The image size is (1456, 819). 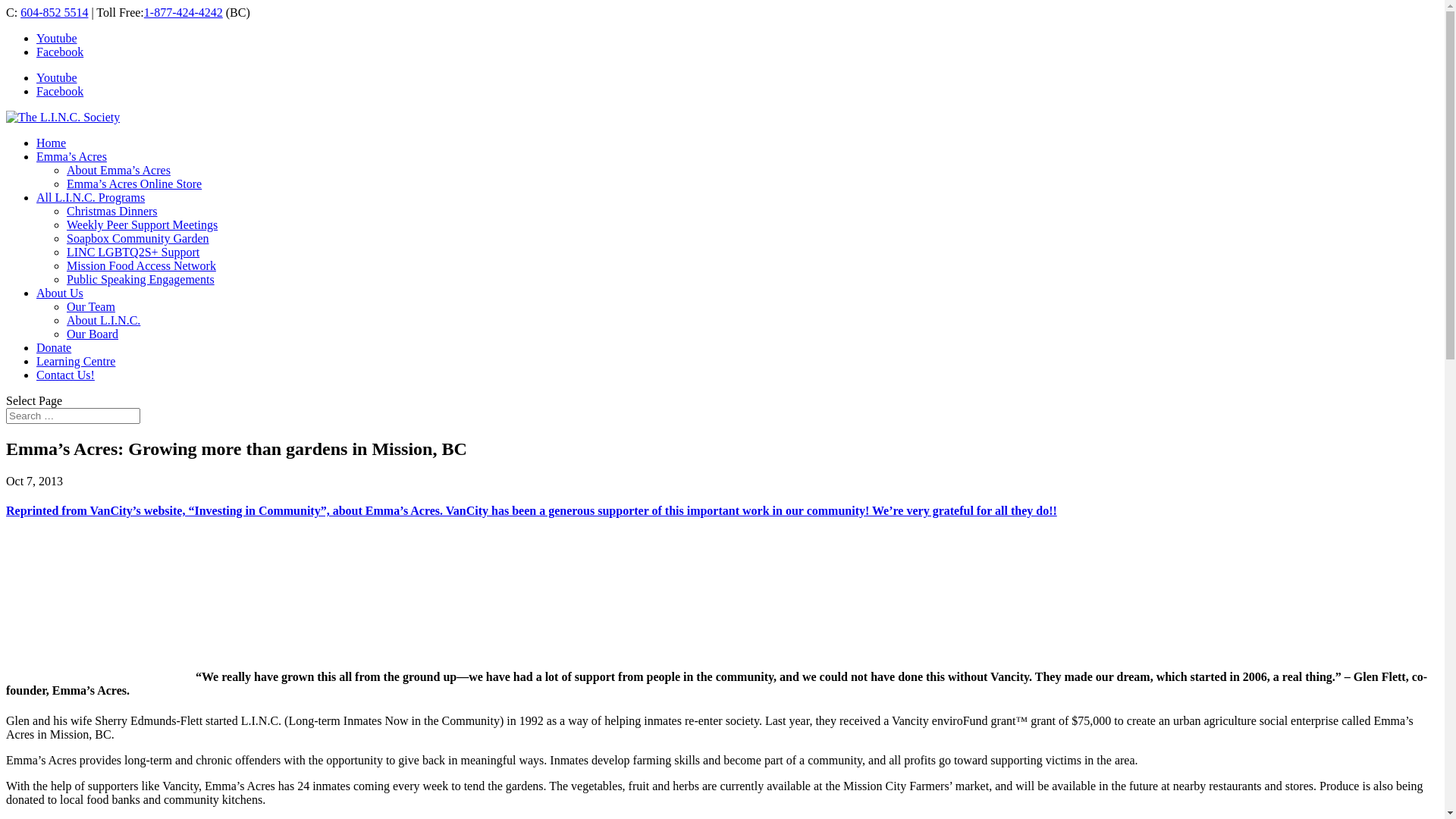 I want to click on 'LINC LGBTQ2S+ Support', so click(x=133, y=251).